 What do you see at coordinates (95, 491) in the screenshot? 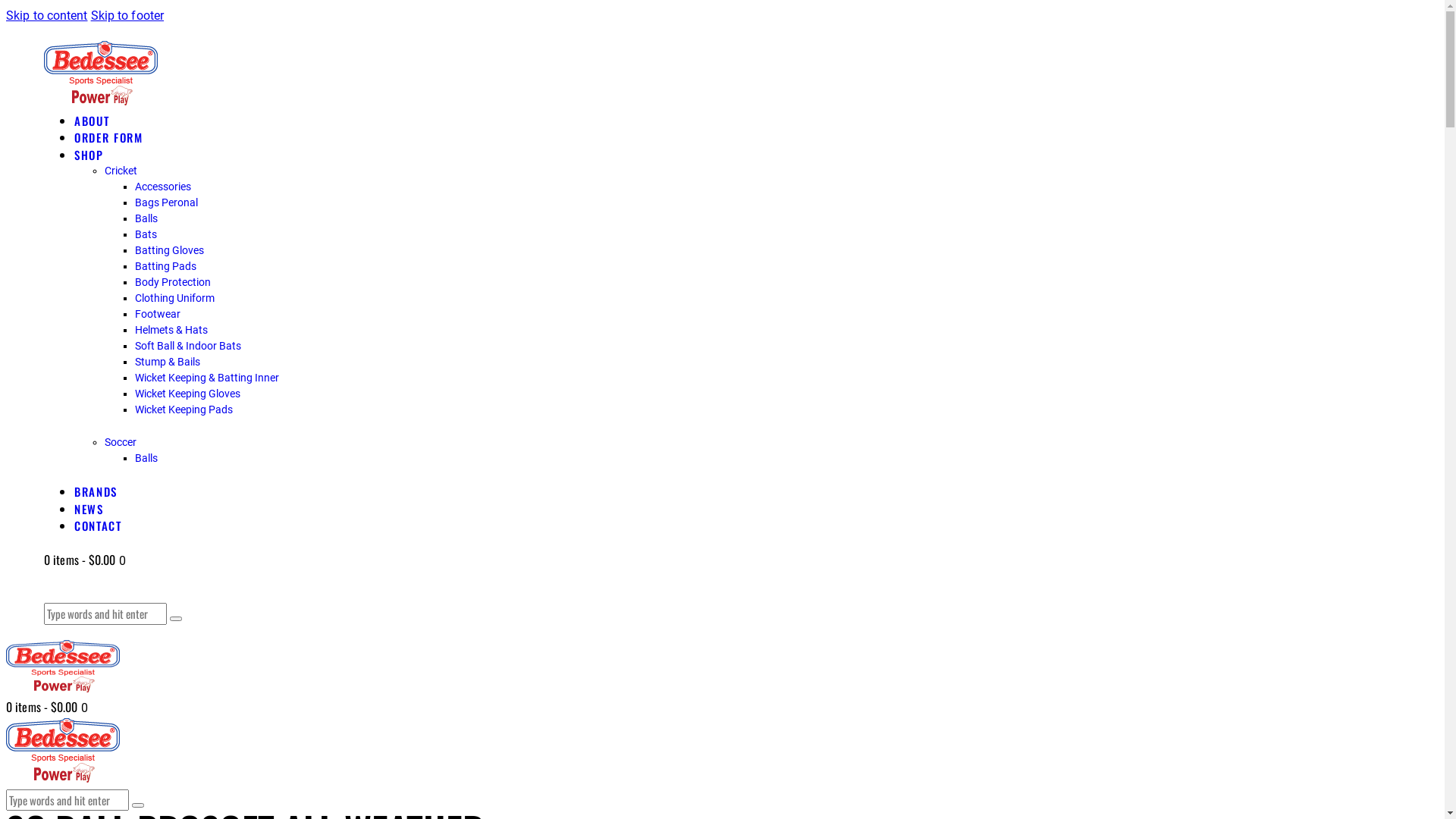
I see `'BRANDS'` at bounding box center [95, 491].